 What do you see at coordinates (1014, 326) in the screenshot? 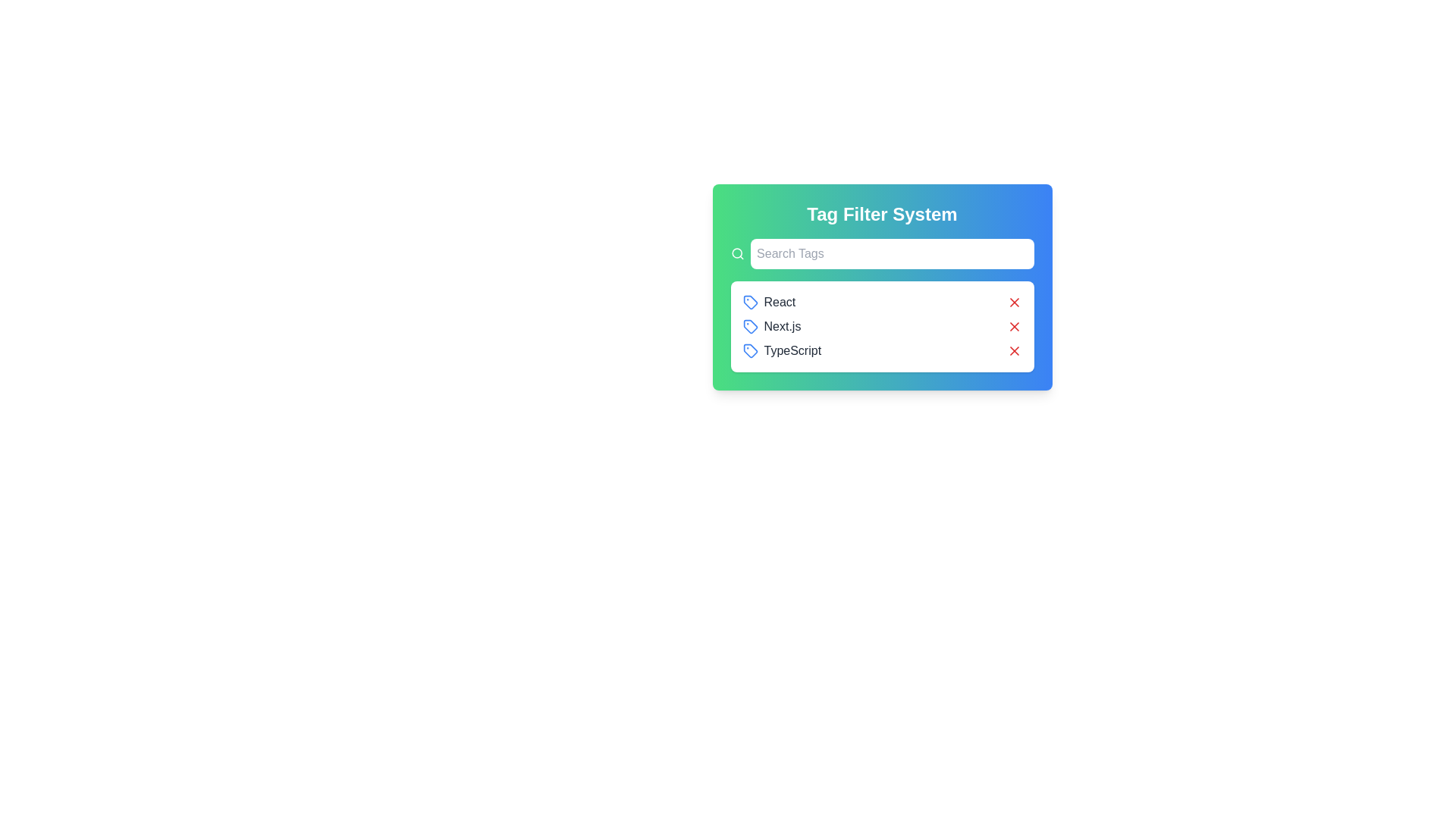
I see `the small red 'X' icon button` at bounding box center [1014, 326].